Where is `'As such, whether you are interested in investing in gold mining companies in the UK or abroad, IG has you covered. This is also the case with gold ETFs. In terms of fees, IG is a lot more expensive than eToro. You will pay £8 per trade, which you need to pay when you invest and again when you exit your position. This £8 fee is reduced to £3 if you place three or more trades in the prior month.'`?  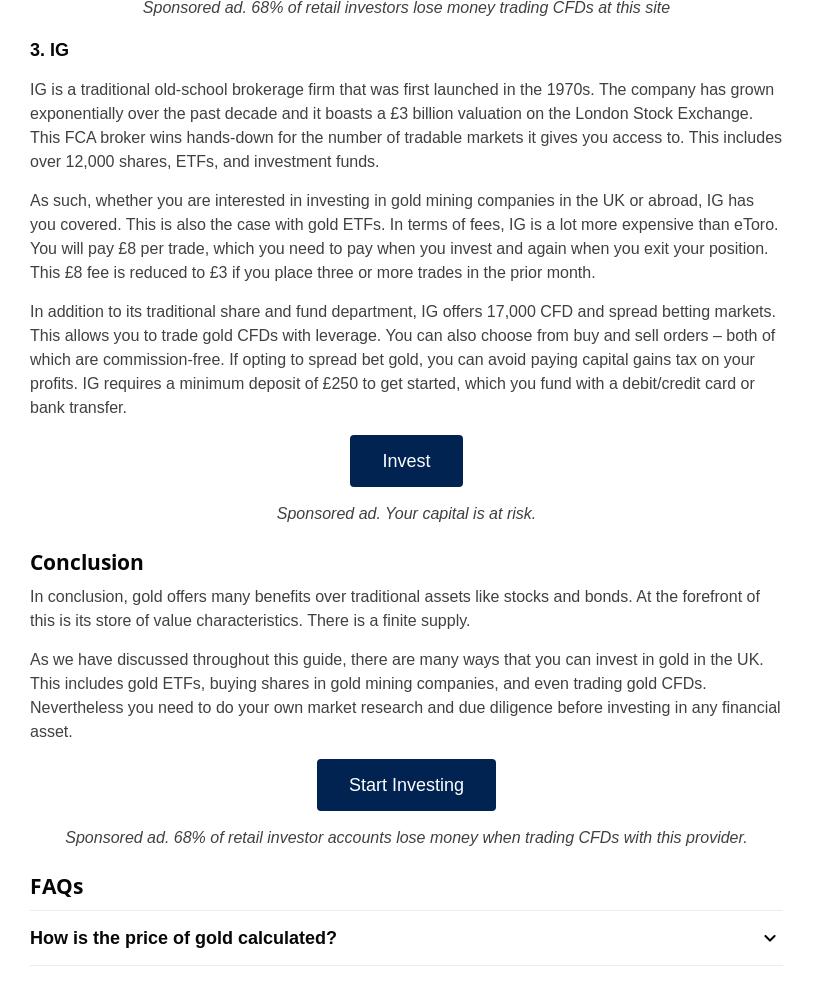
'As such, whether you are interested in investing in gold mining companies in the UK or abroad, IG has you covered. This is also the case with gold ETFs. In terms of fees, IG is a lot more expensive than eToro. You will pay £8 per trade, which you need to pay when you invest and again when you exit your position. This £8 fee is reduced to £3 if you place three or more trades in the prior month.' is located at coordinates (402, 235).